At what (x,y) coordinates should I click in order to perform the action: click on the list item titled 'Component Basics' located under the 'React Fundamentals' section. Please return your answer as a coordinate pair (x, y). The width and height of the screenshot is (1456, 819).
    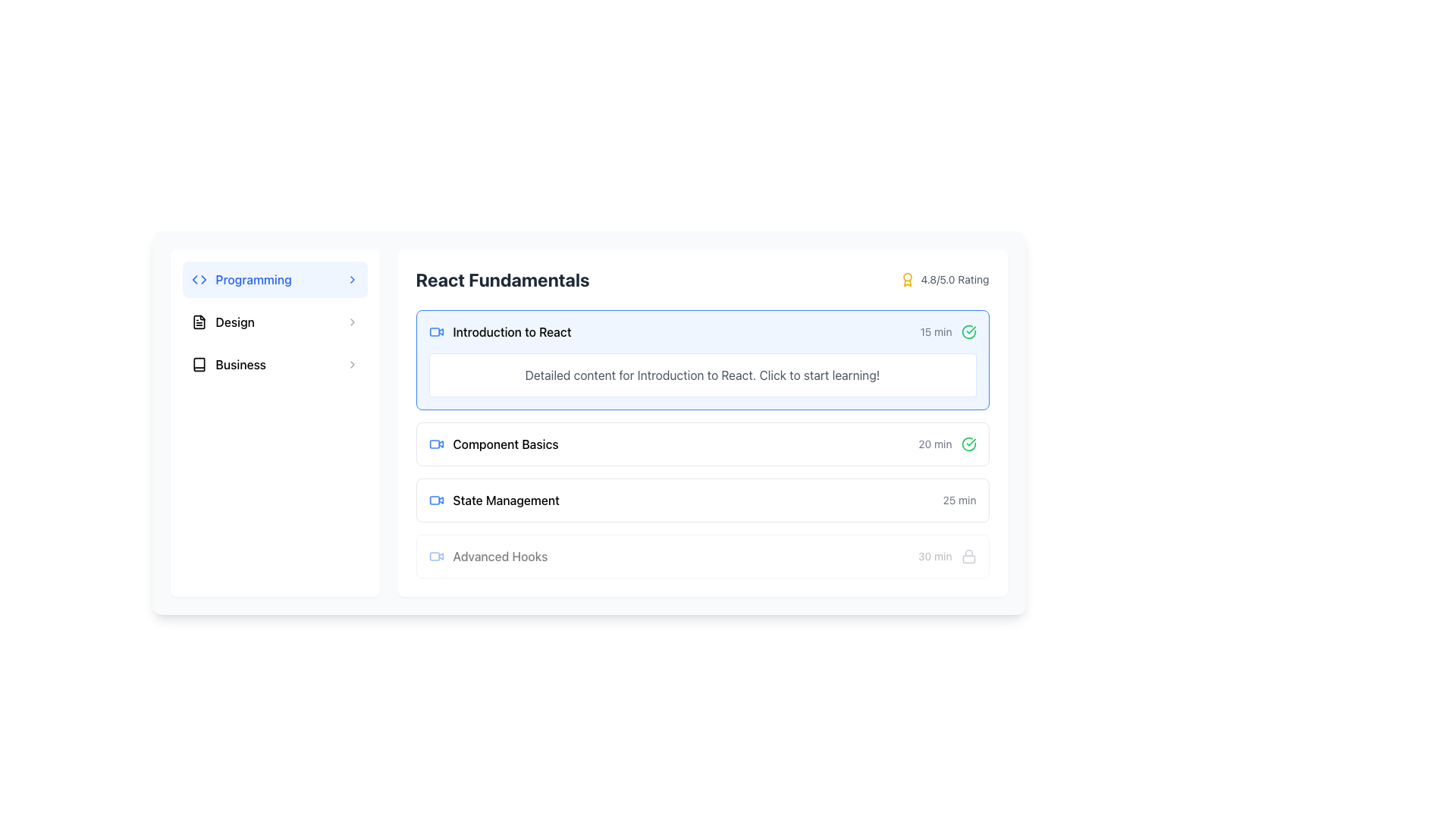
    Looking at the image, I should click on (701, 444).